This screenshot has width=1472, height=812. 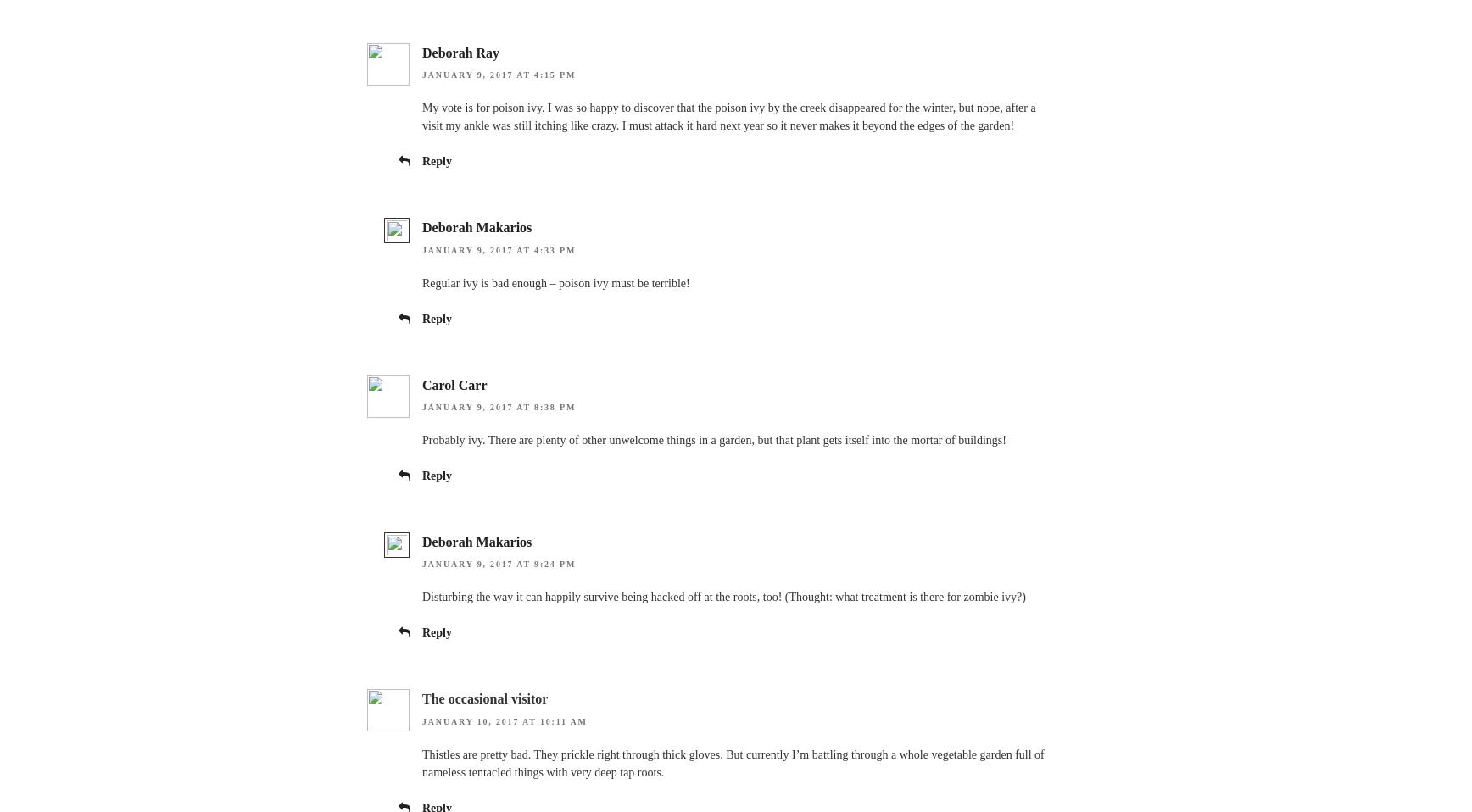 What do you see at coordinates (733, 763) in the screenshot?
I see `'Thistles are pretty bad. They prickle right through thick gloves. But currently I’m battling through a whole vegetable garden full of nameless tentacled things with very deep tap roots.'` at bounding box center [733, 763].